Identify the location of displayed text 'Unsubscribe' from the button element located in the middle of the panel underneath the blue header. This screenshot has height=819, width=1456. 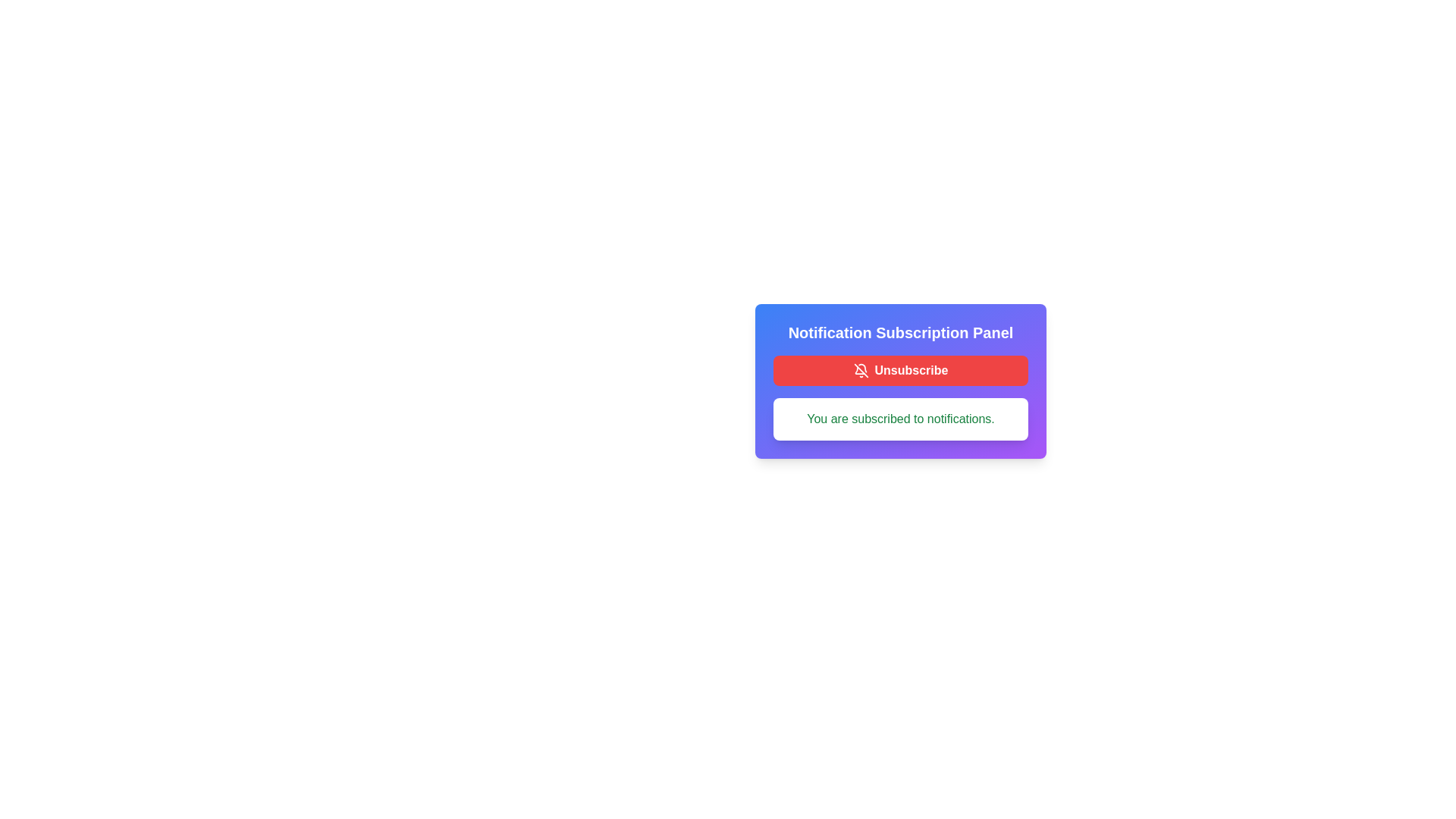
(910, 371).